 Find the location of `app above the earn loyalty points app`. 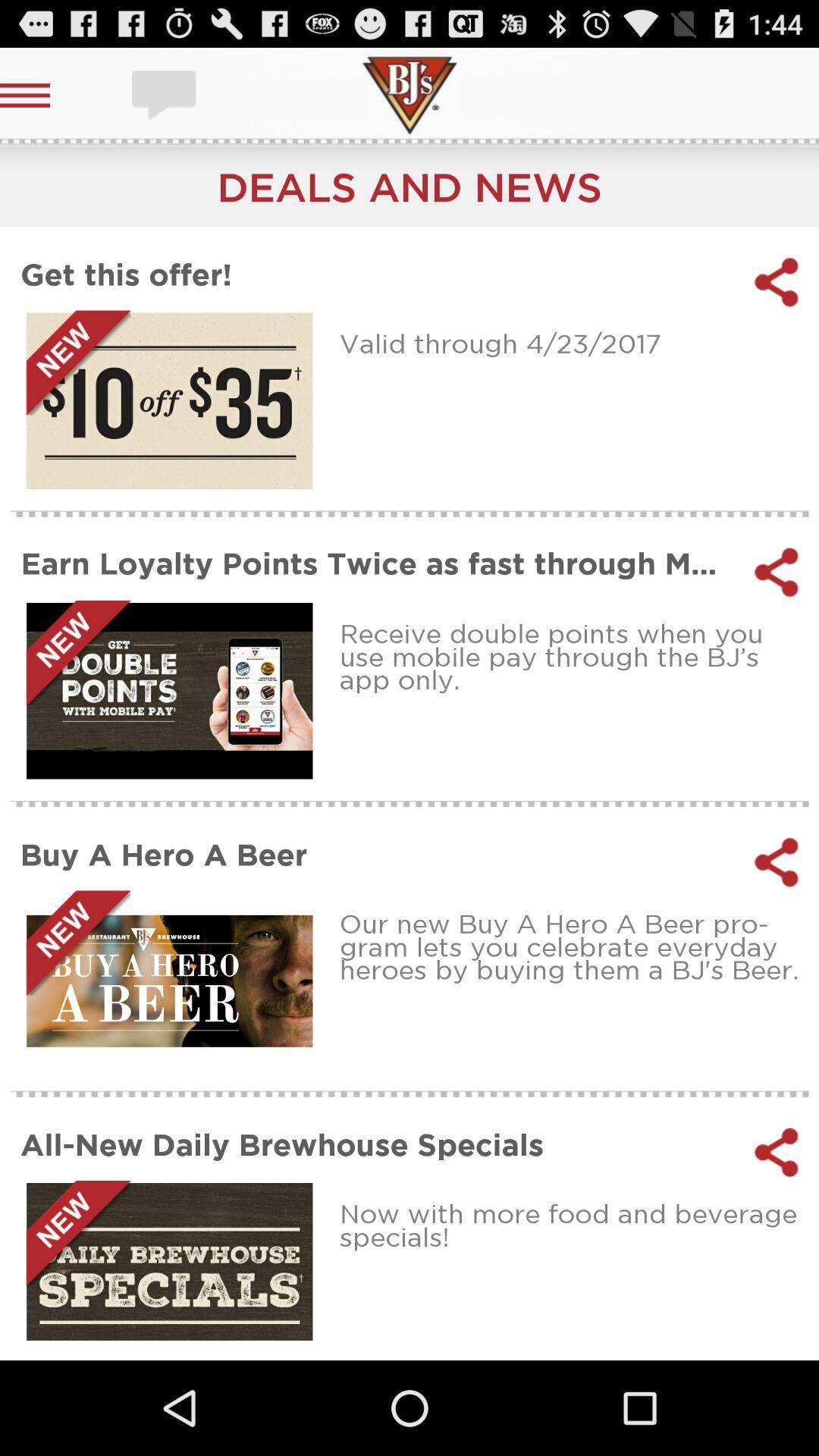

app above the earn loyalty points app is located at coordinates (574, 342).